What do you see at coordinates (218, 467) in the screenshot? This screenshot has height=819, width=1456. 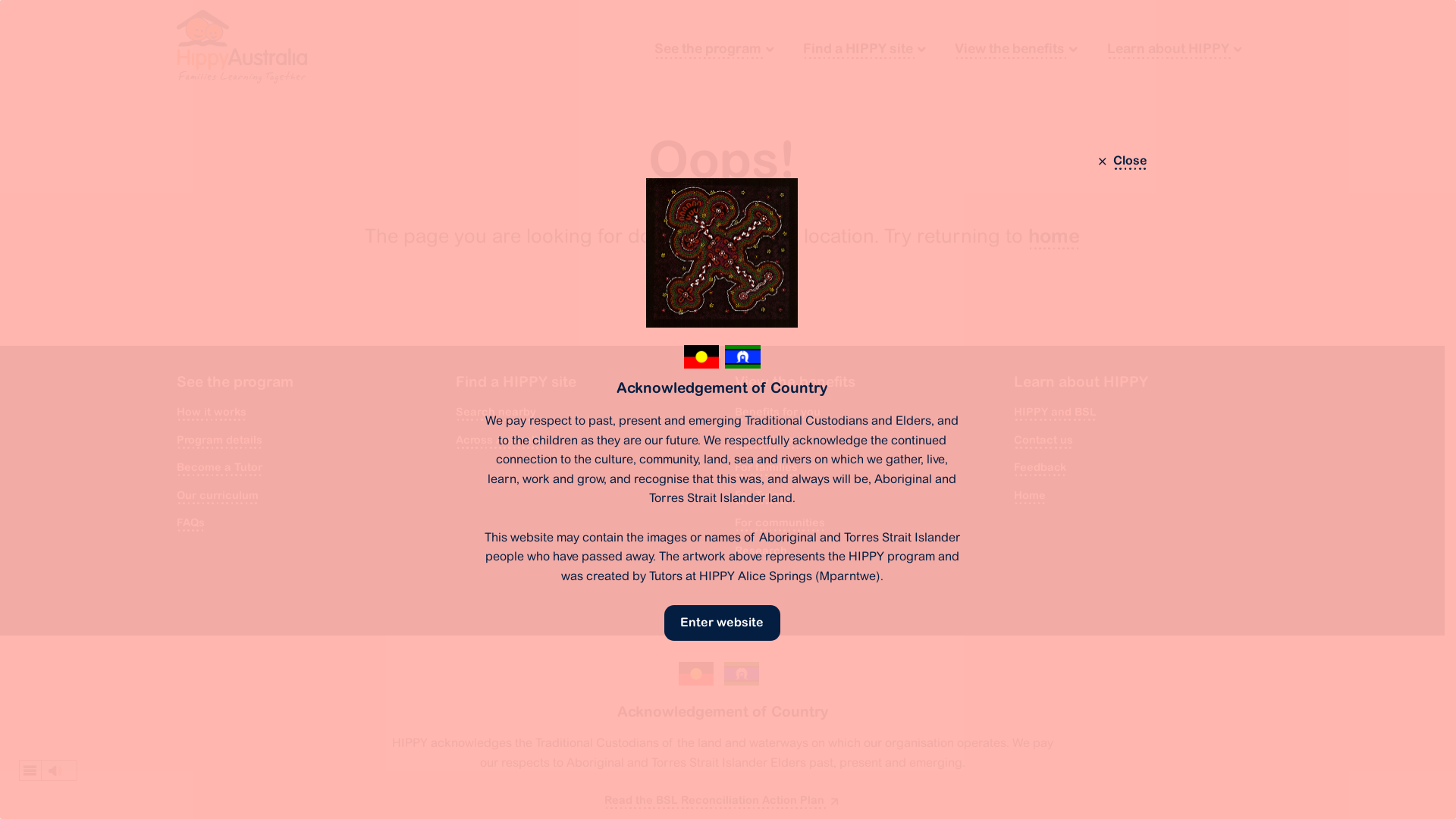 I see `'Become a Tutor'` at bounding box center [218, 467].